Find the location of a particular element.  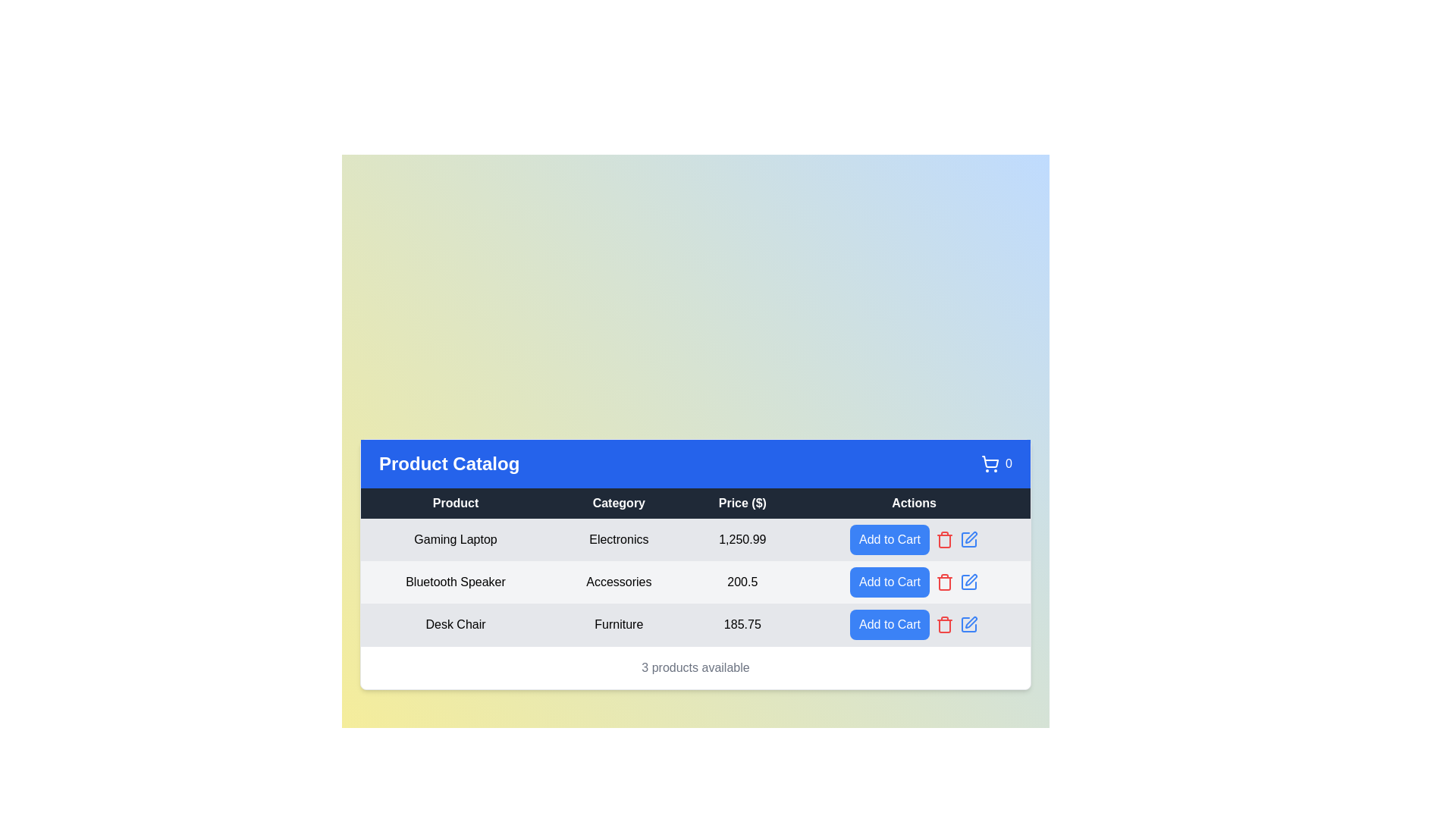

the trash bin icon button in the Actions column of the second row in the product catalog table is located at coordinates (943, 582).